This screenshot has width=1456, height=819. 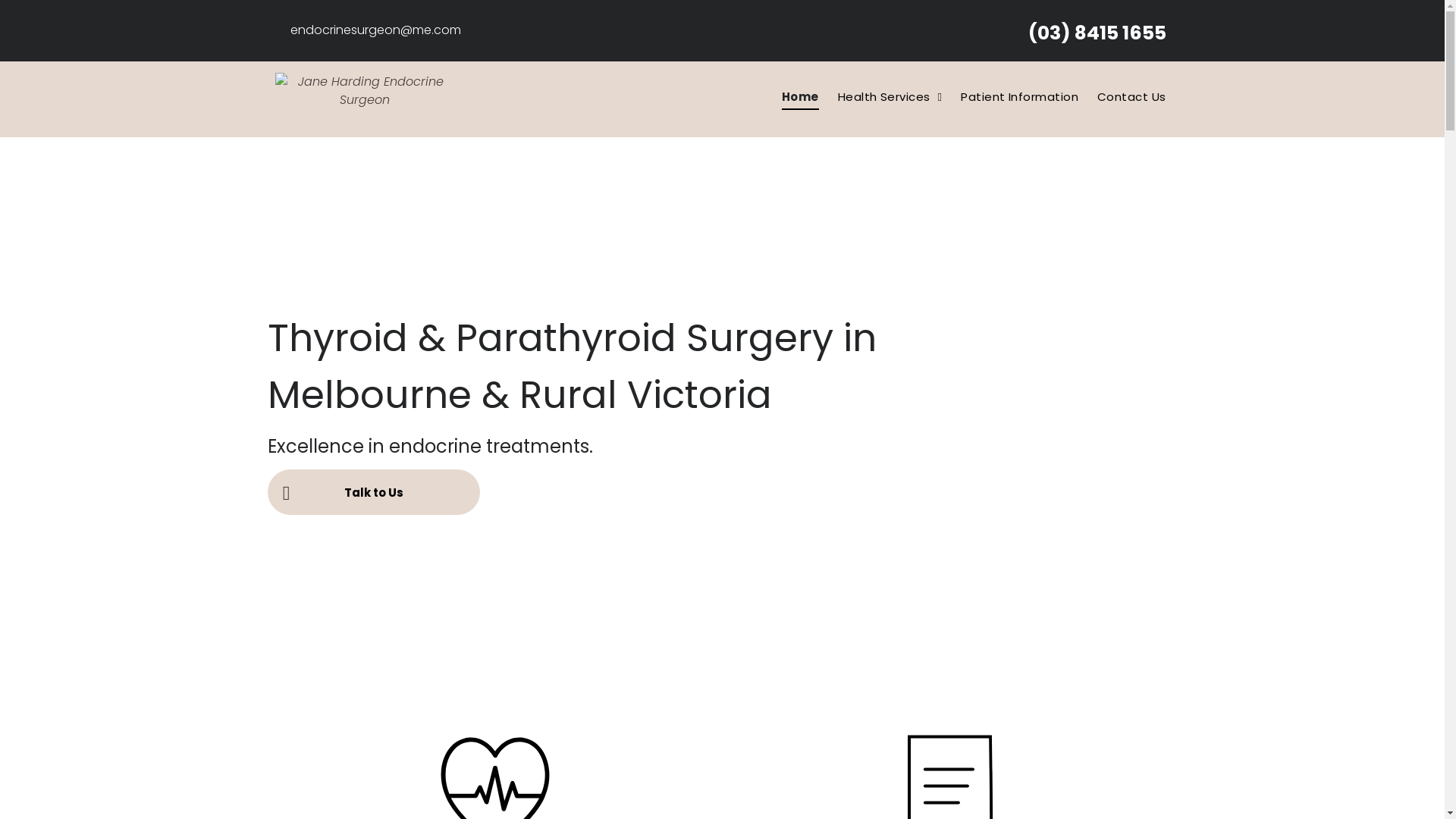 I want to click on 'Patient Information', so click(x=1009, y=97).